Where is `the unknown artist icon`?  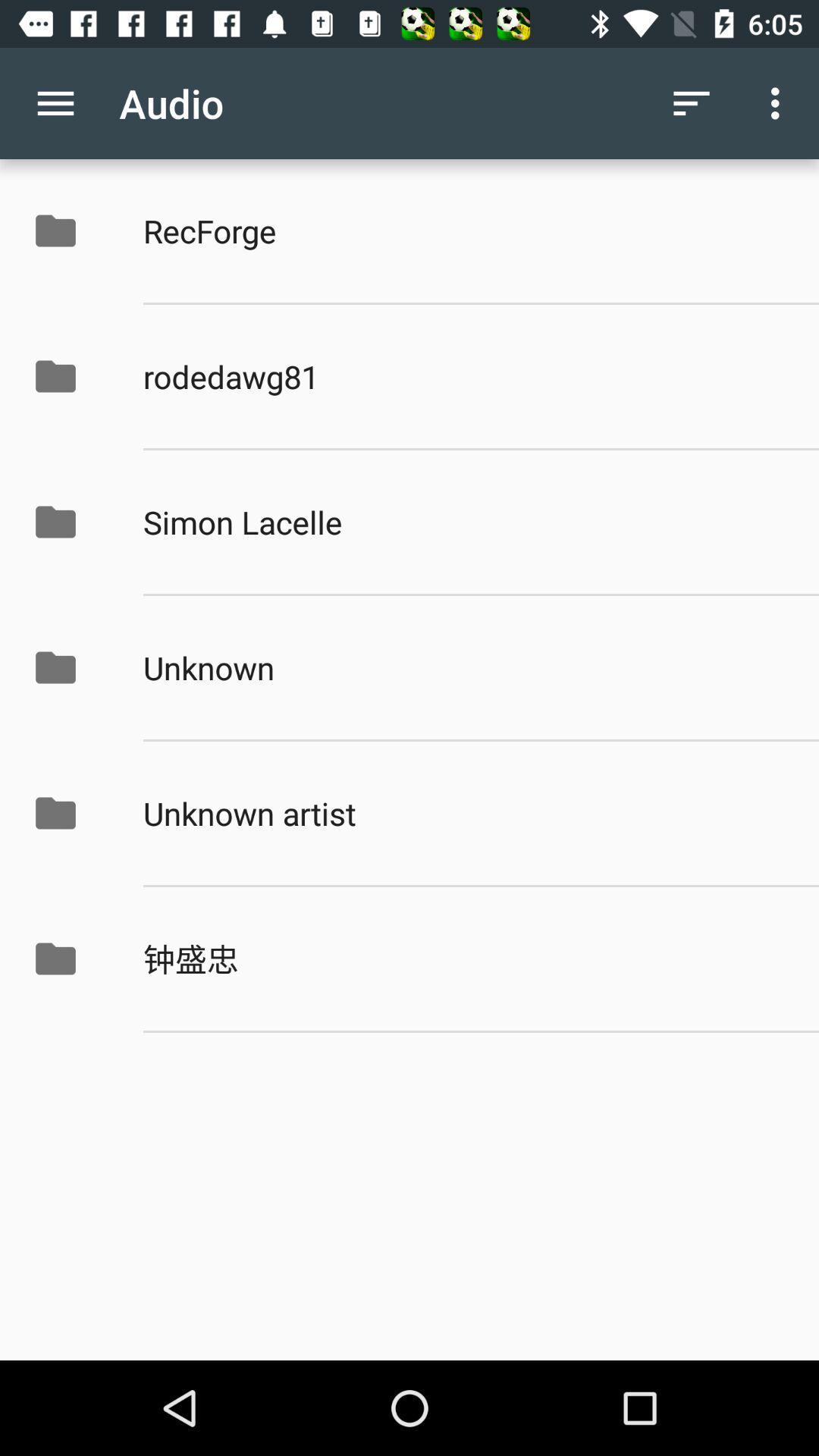
the unknown artist icon is located at coordinates (464, 812).